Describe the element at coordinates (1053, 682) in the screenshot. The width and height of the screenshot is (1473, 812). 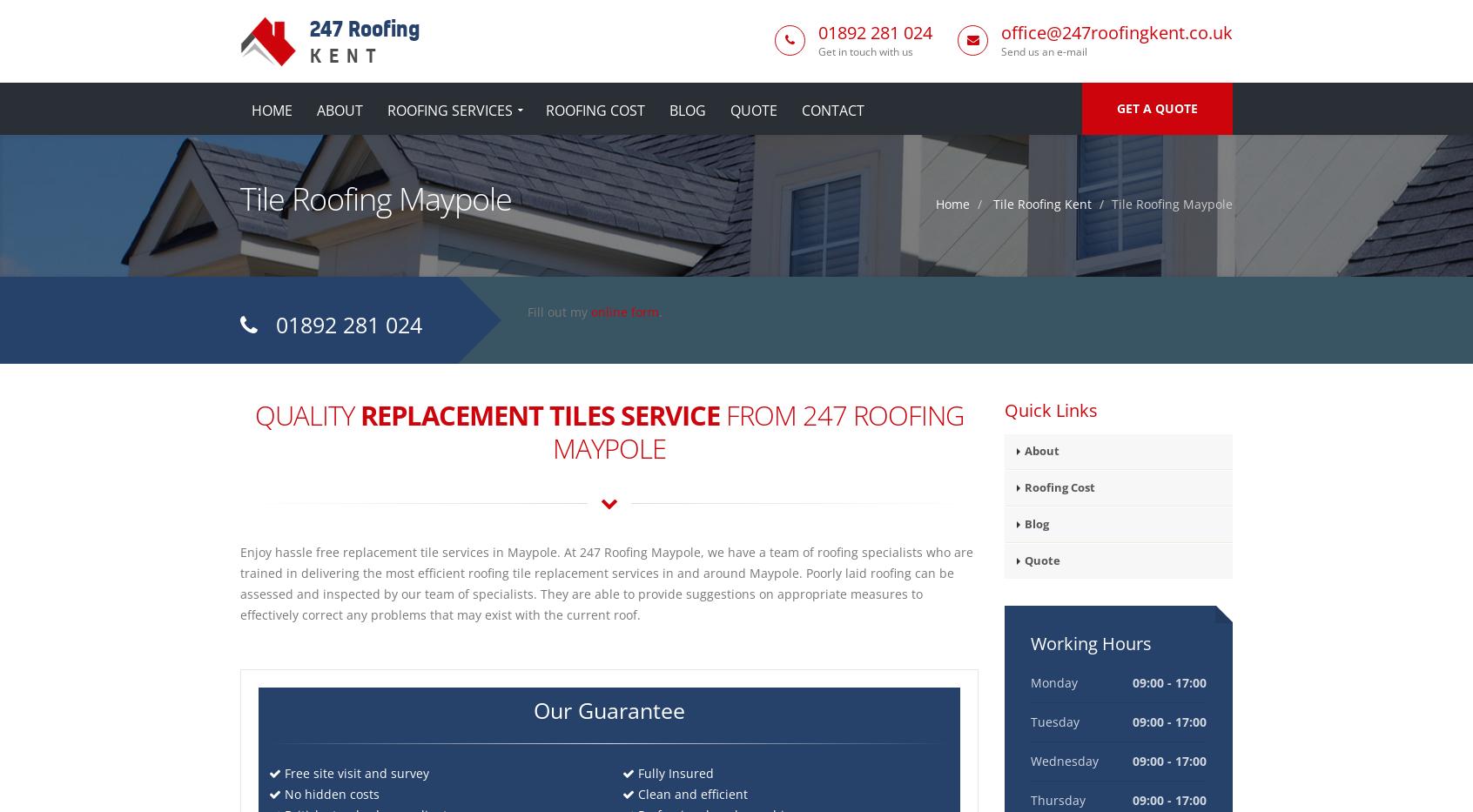
I see `'Monday'` at that location.